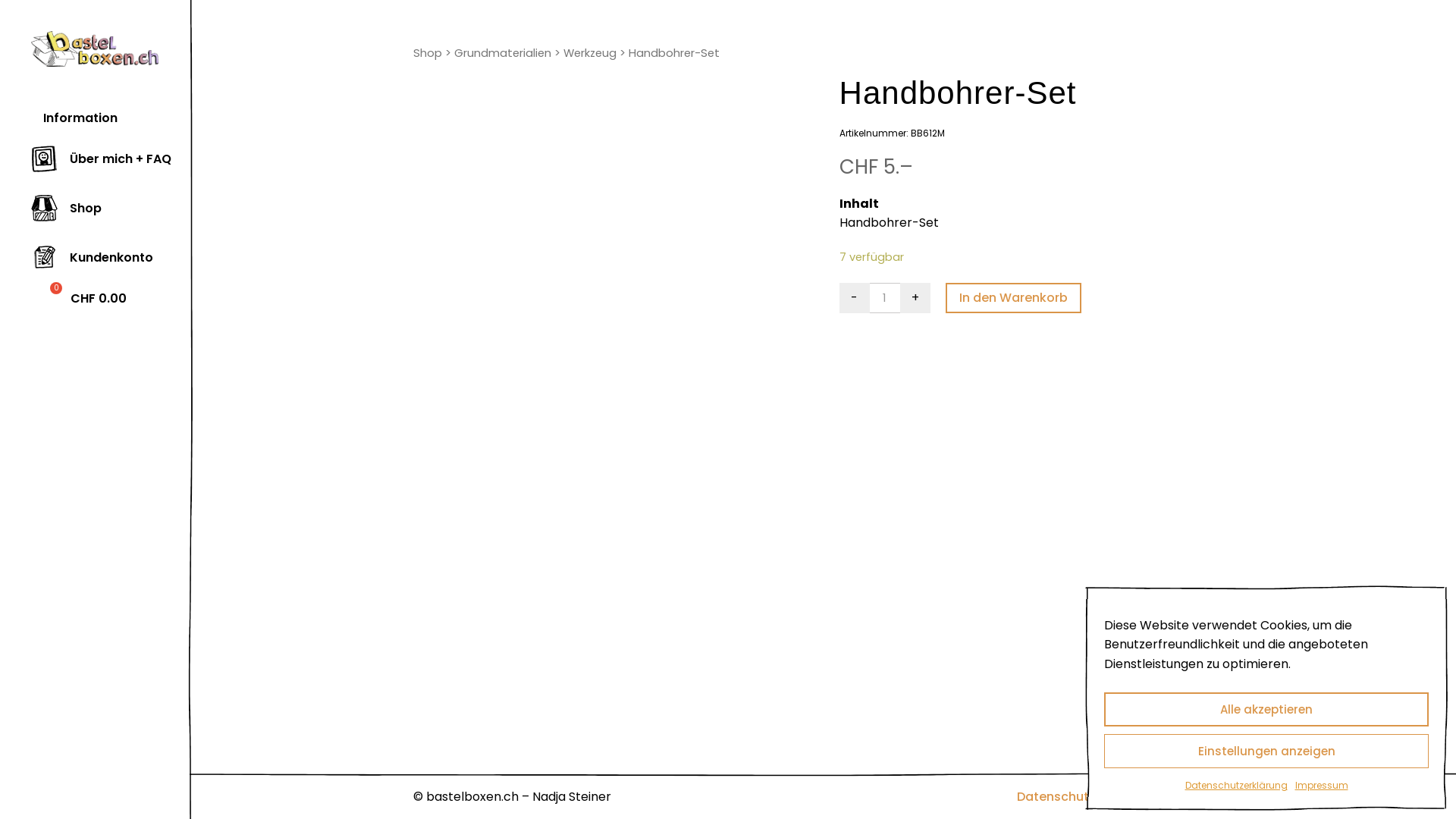 Image resolution: width=1456 pixels, height=819 pixels. Describe the element at coordinates (945, 298) in the screenshot. I see `'In den Warenkorb'` at that location.